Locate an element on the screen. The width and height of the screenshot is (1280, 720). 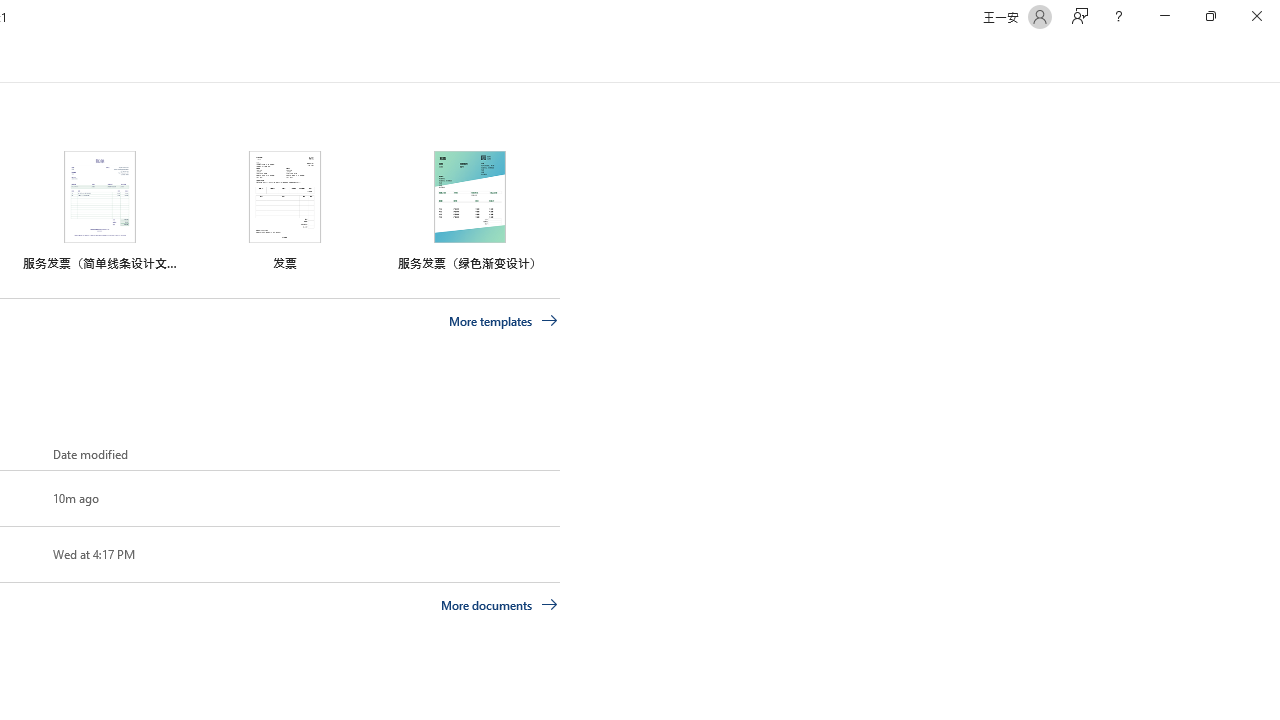
'Restore Down' is located at coordinates (1209, 16).